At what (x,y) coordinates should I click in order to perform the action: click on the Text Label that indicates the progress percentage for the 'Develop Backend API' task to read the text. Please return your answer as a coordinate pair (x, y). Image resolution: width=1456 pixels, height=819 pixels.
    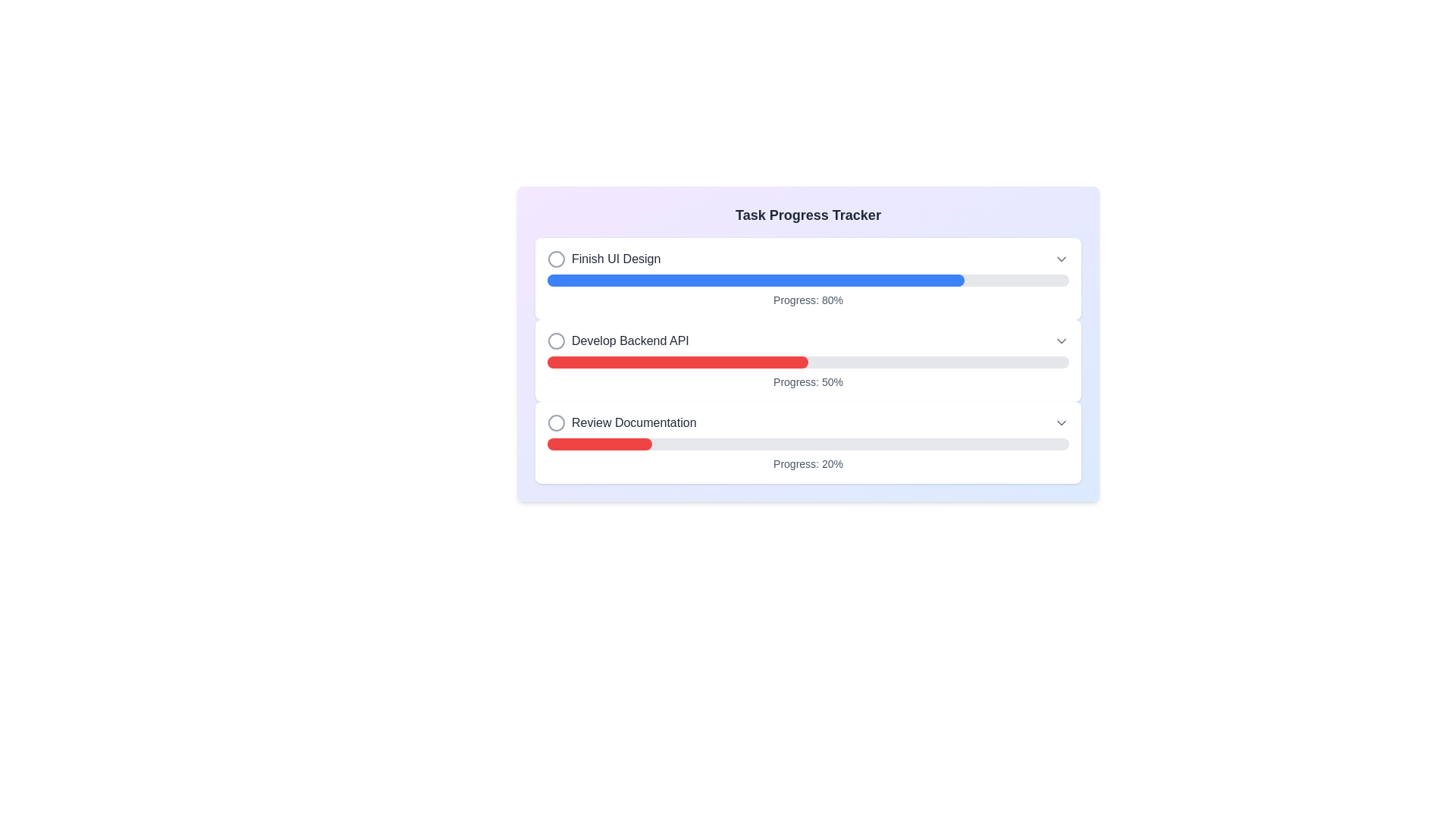
    Looking at the image, I should click on (807, 381).